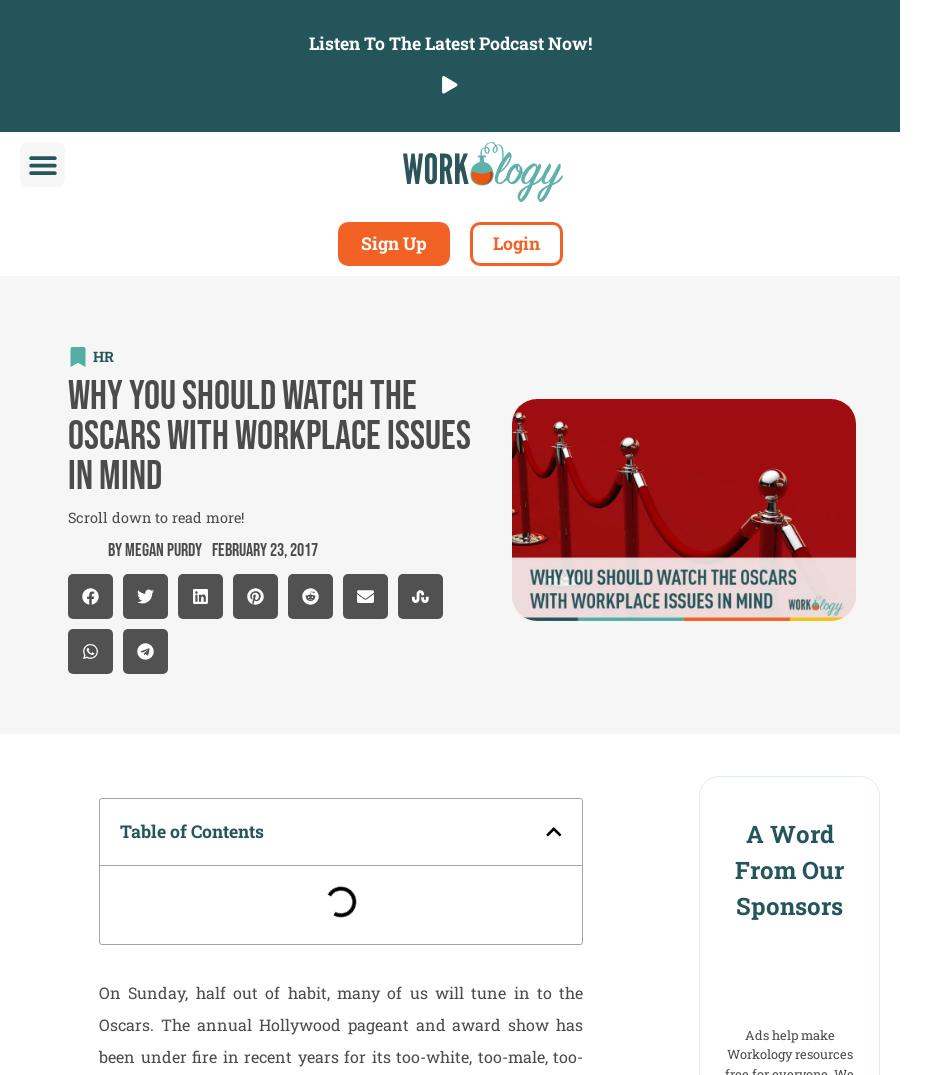 The height and width of the screenshot is (1075, 947). Describe the element at coordinates (191, 829) in the screenshot. I see `'Table of Contents'` at that location.